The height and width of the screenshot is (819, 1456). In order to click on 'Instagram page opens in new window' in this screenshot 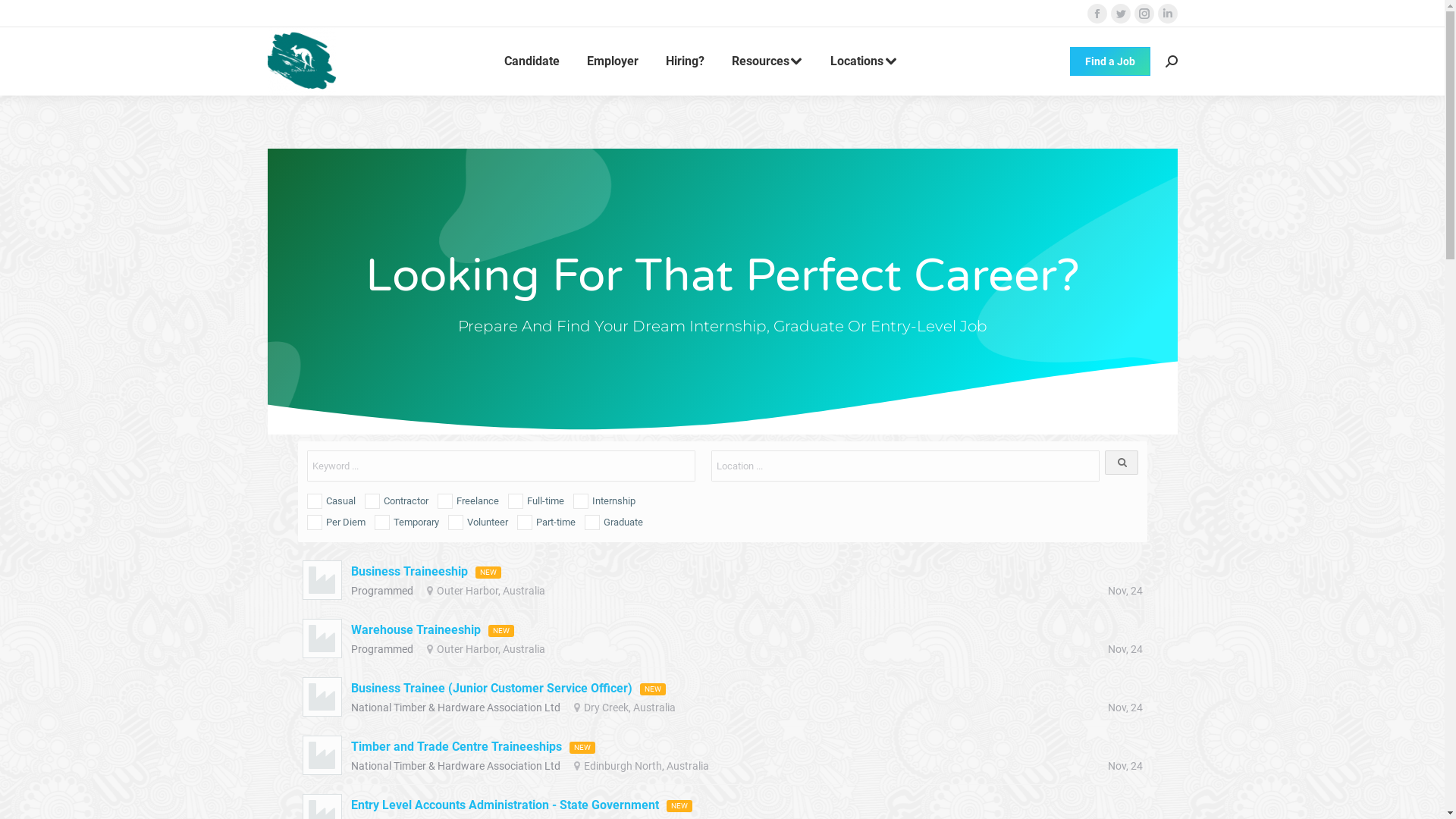, I will do `click(1144, 14)`.